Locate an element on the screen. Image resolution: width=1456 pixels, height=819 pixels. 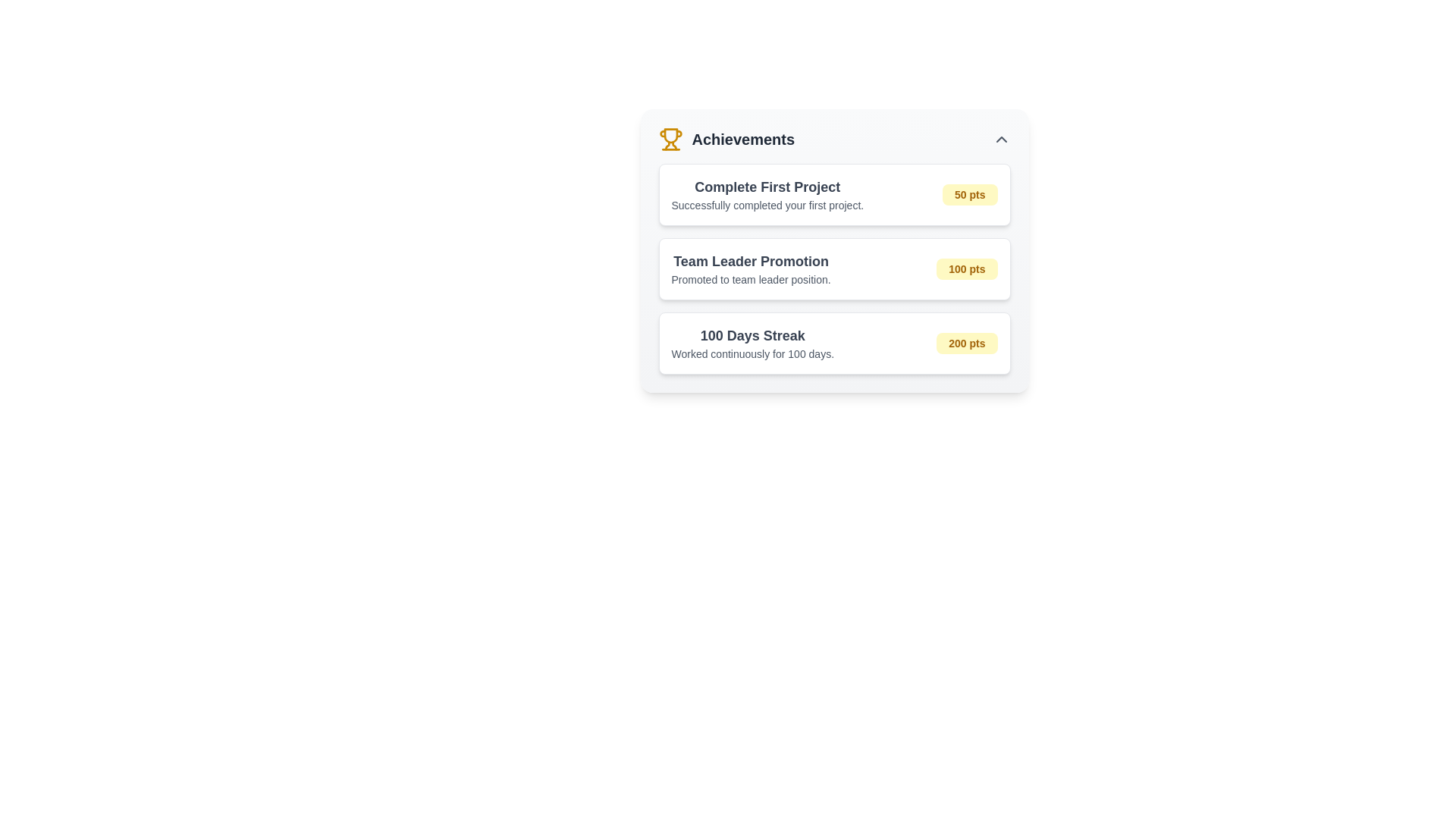
the header text of the second achievement card in the 'Achievements' panel, which indicates the title of the achievement is located at coordinates (751, 260).